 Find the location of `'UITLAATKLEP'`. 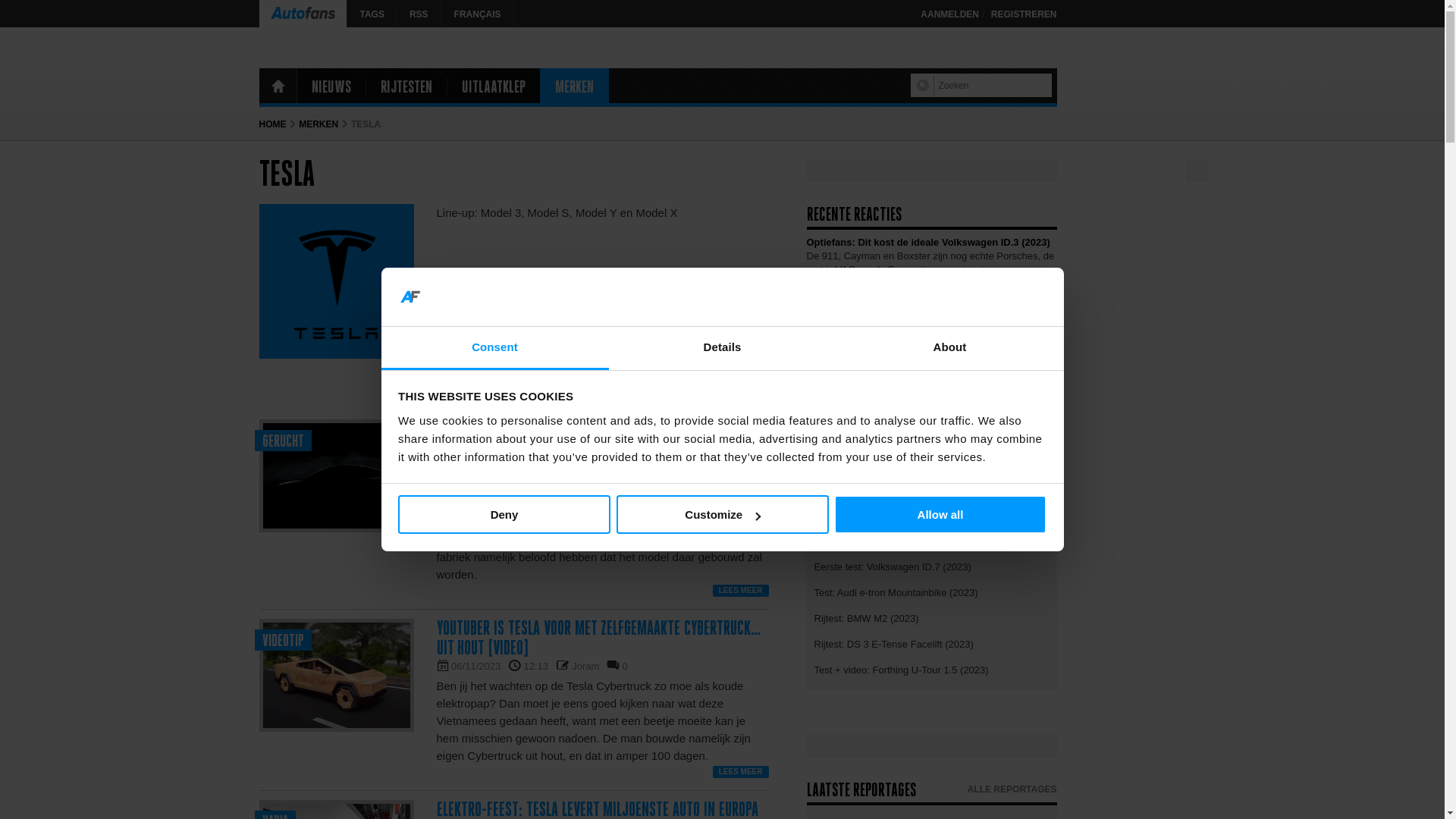

'UITLAATKLEP' is located at coordinates (447, 85).